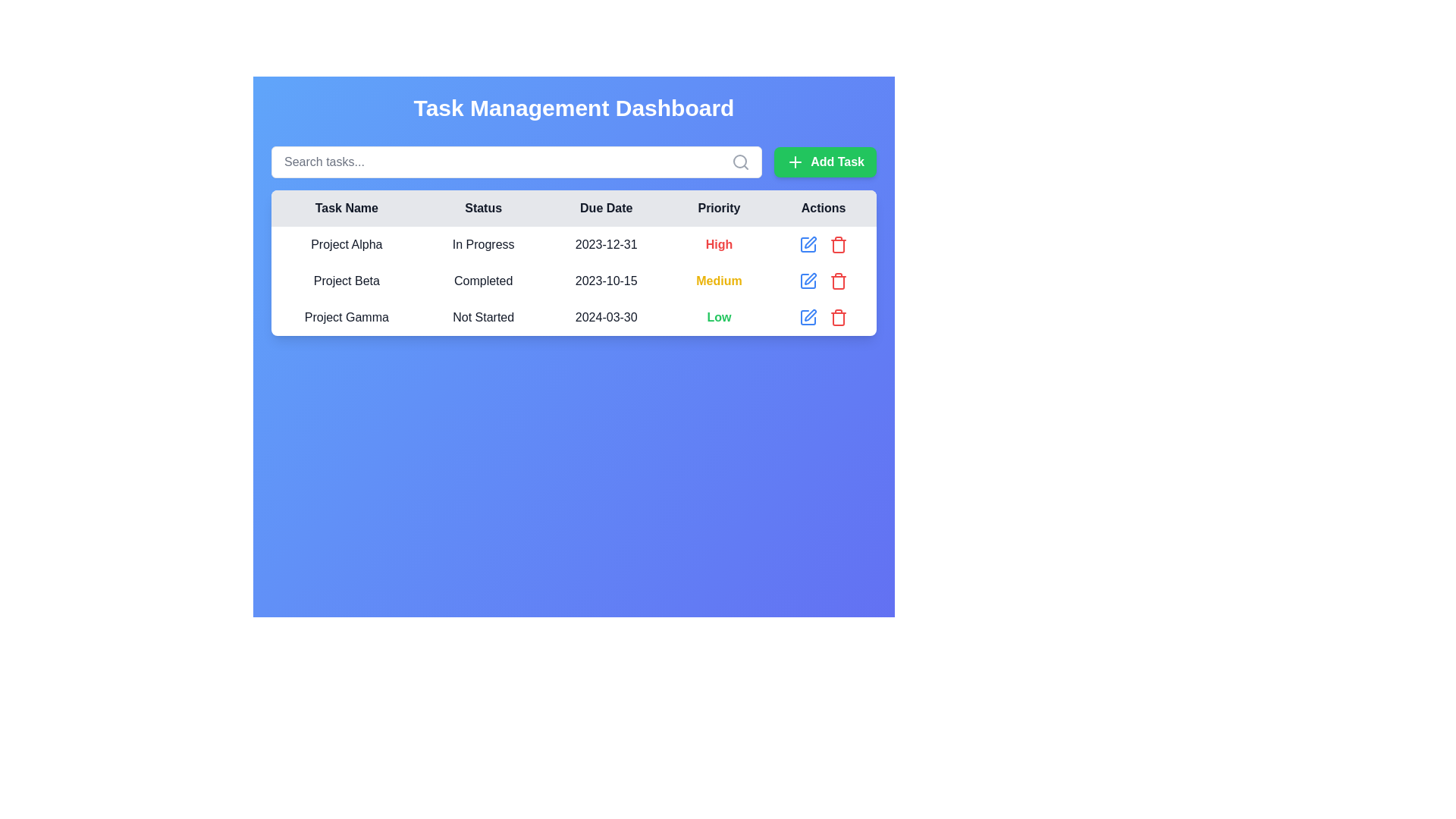 The height and width of the screenshot is (819, 1456). Describe the element at coordinates (823, 244) in the screenshot. I see `the delete icon located in the 'Actions' column of the first row corresponding to 'Project Alpha' in the task management table` at that location.